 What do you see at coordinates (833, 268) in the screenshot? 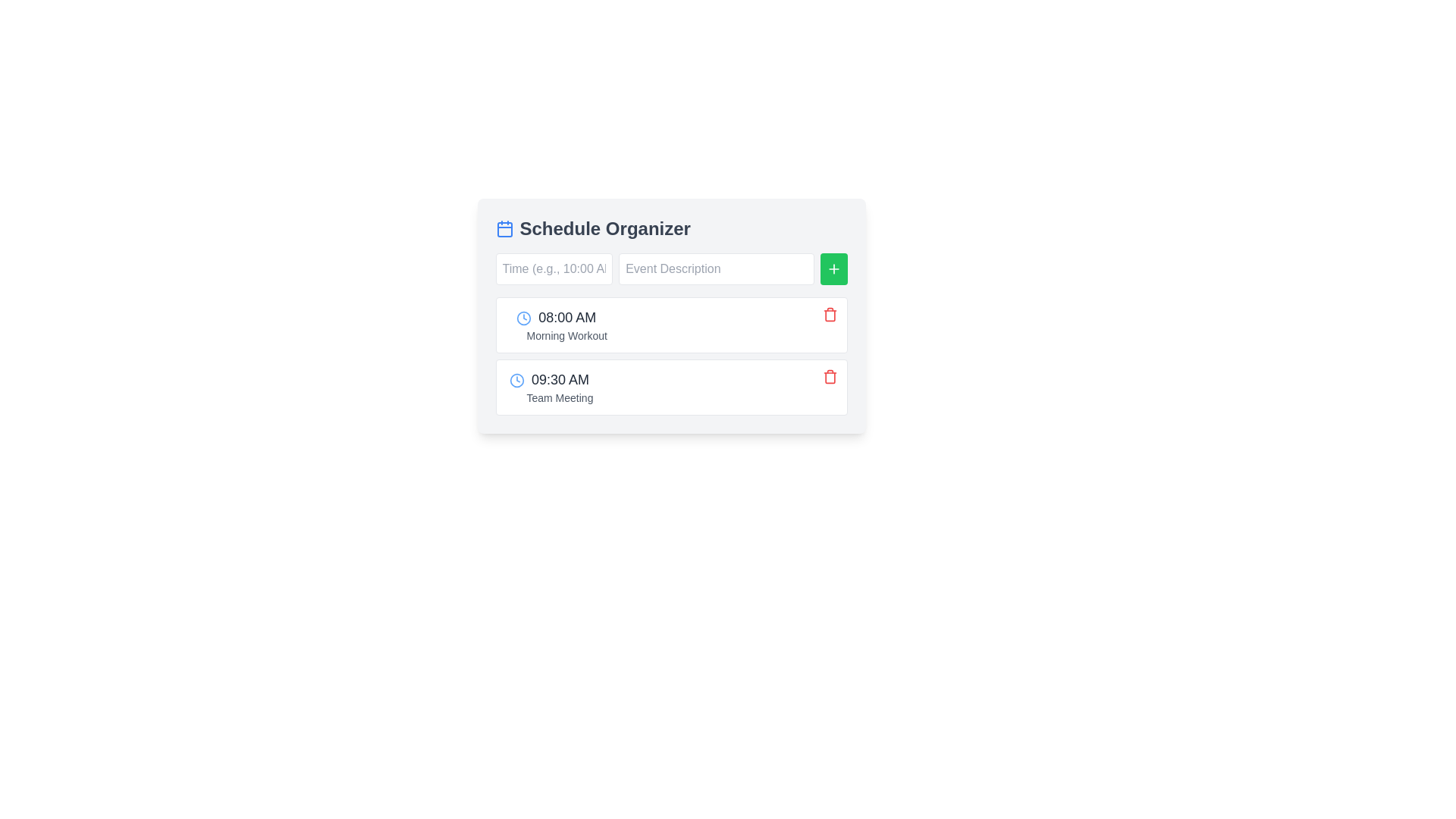
I see `the small square button with a green background and a white plus sign icon` at bounding box center [833, 268].